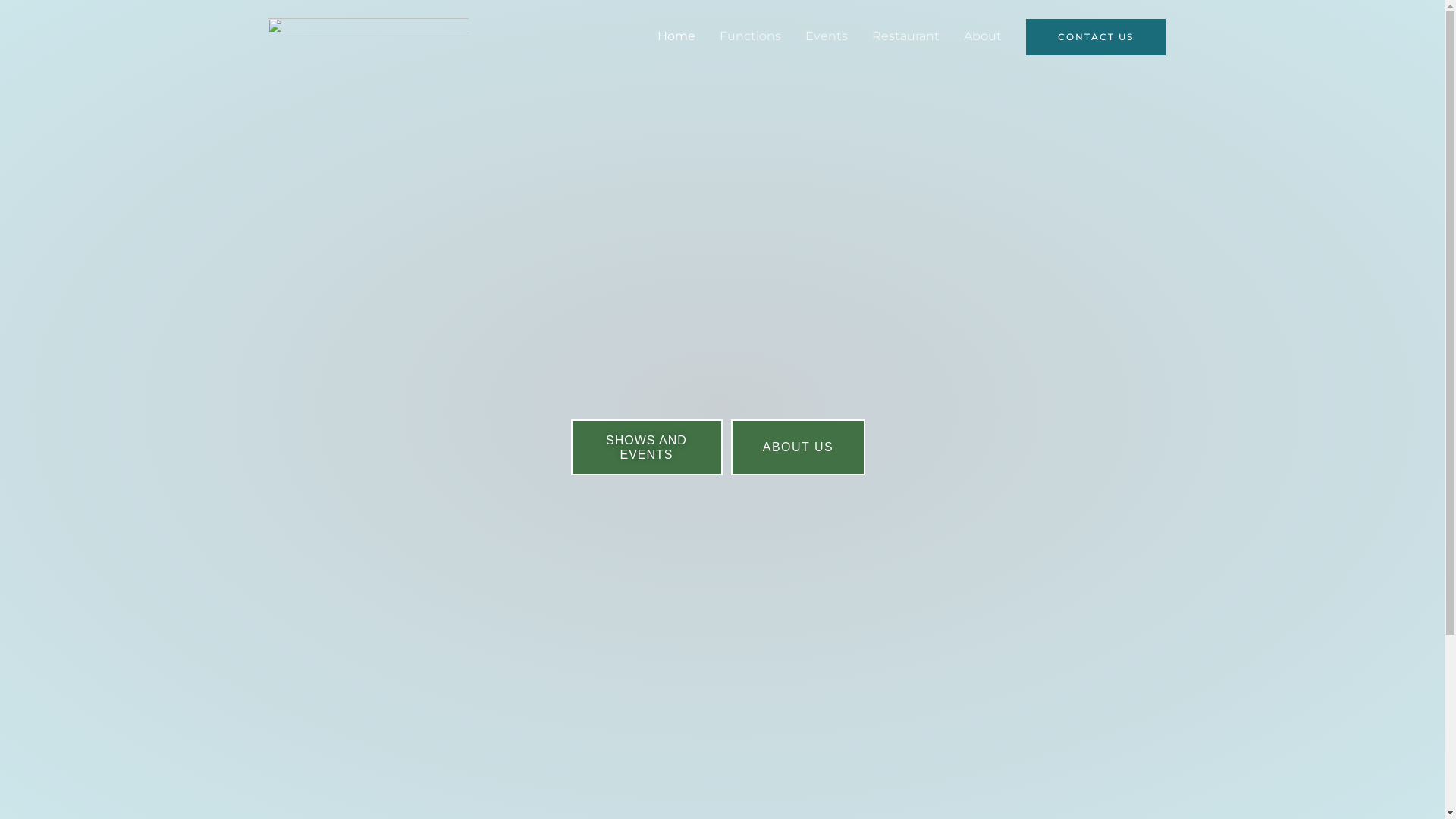  I want to click on 'About', so click(982, 35).